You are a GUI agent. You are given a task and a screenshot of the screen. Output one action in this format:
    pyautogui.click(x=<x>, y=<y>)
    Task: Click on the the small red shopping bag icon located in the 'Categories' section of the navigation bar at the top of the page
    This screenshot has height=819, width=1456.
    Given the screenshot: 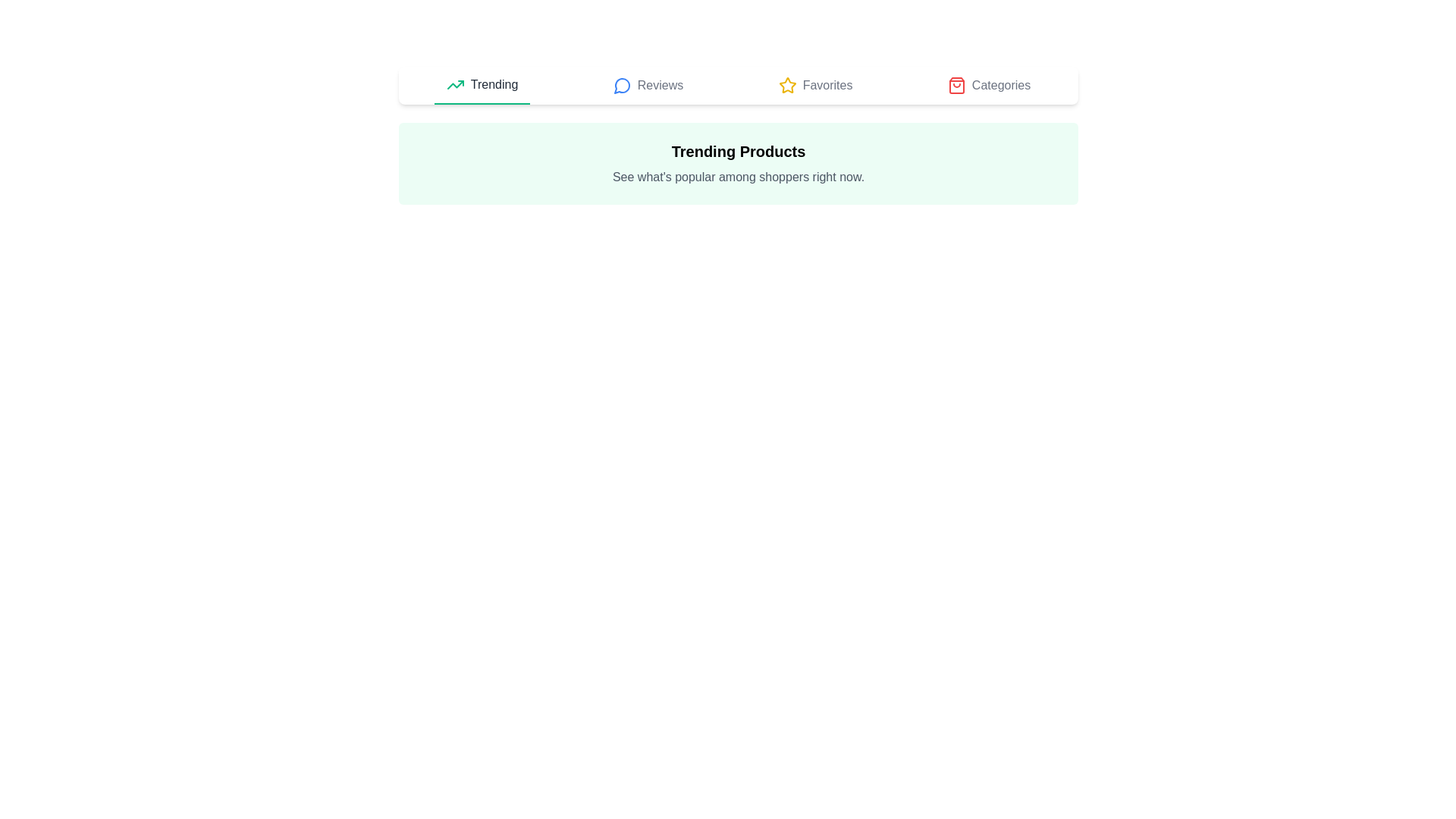 What is the action you would take?
    pyautogui.click(x=955, y=85)
    